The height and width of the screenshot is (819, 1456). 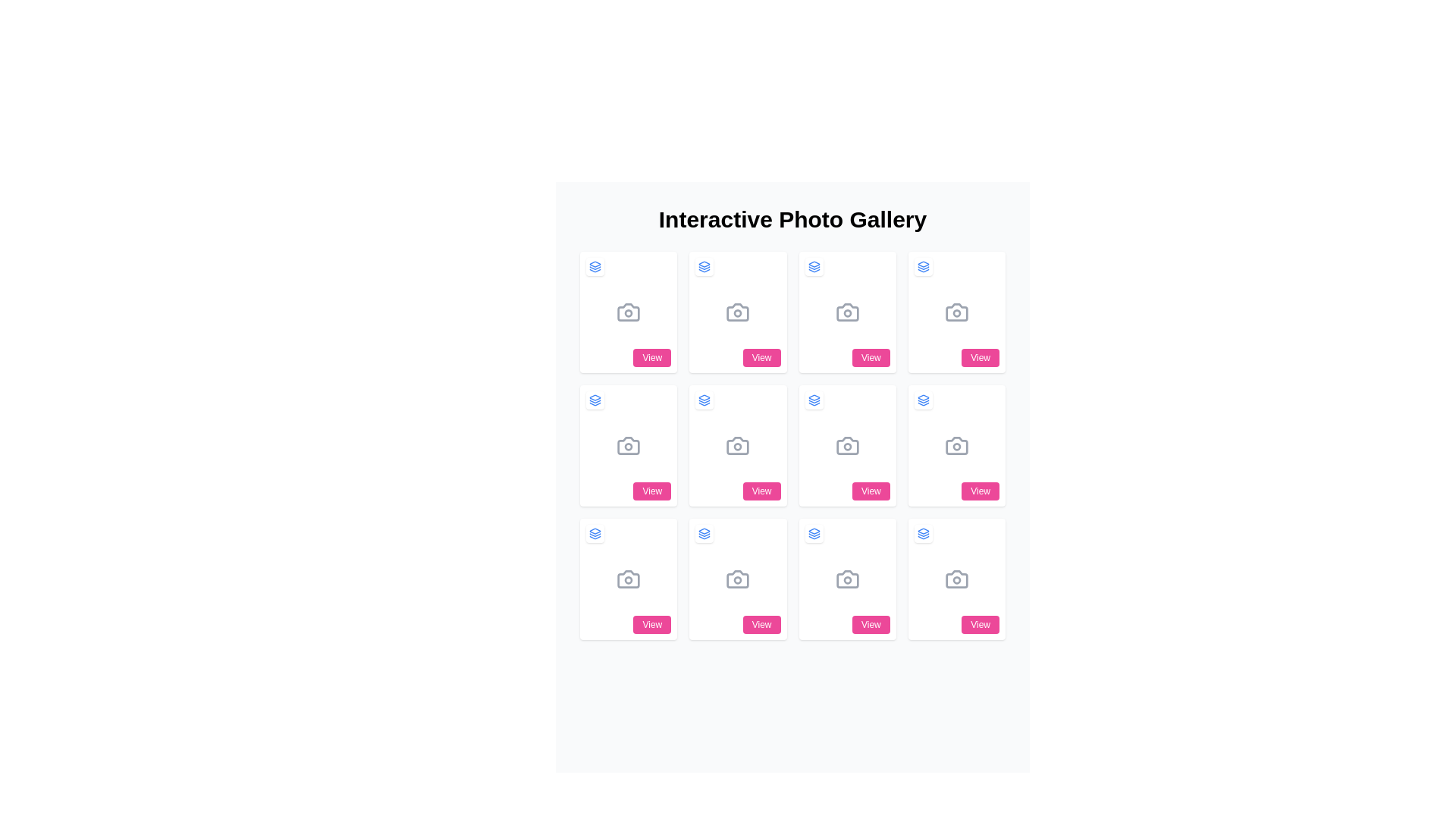 What do you see at coordinates (846, 579) in the screenshot?
I see `the stylized gray camera icon located in the 10th image placeholder of the photo gallery` at bounding box center [846, 579].